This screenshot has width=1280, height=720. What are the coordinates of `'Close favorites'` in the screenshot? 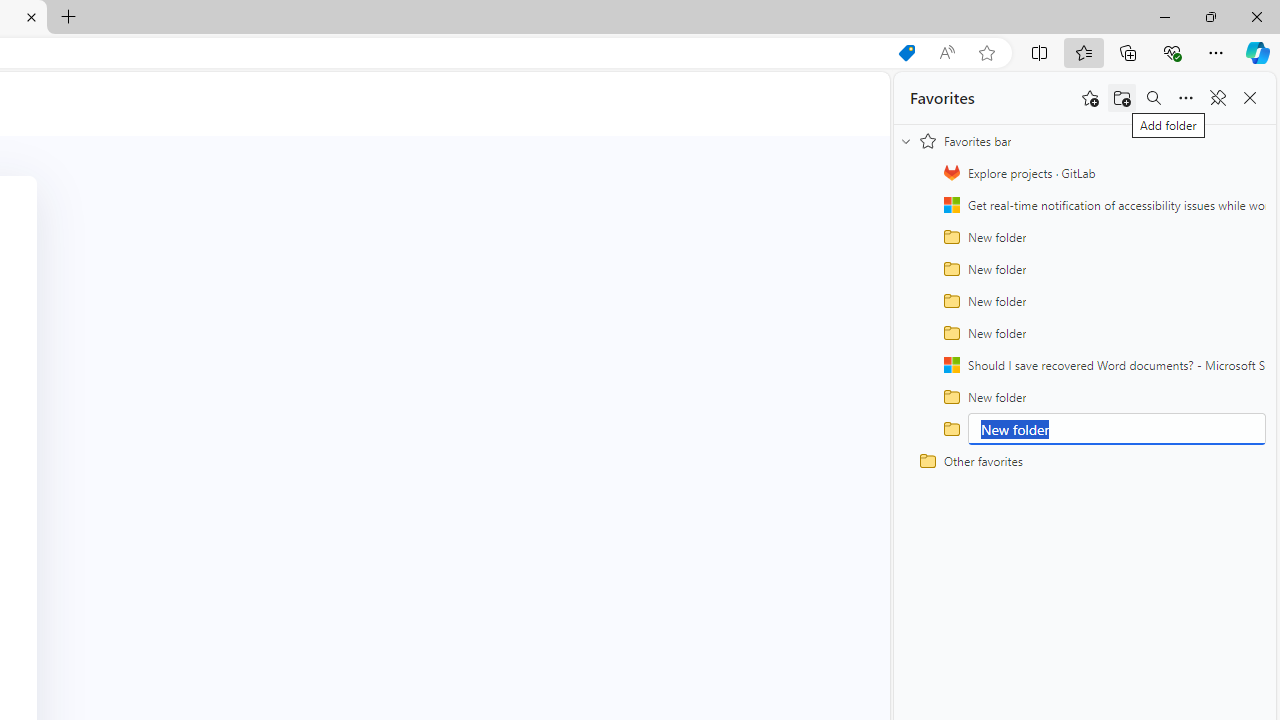 It's located at (1249, 98).